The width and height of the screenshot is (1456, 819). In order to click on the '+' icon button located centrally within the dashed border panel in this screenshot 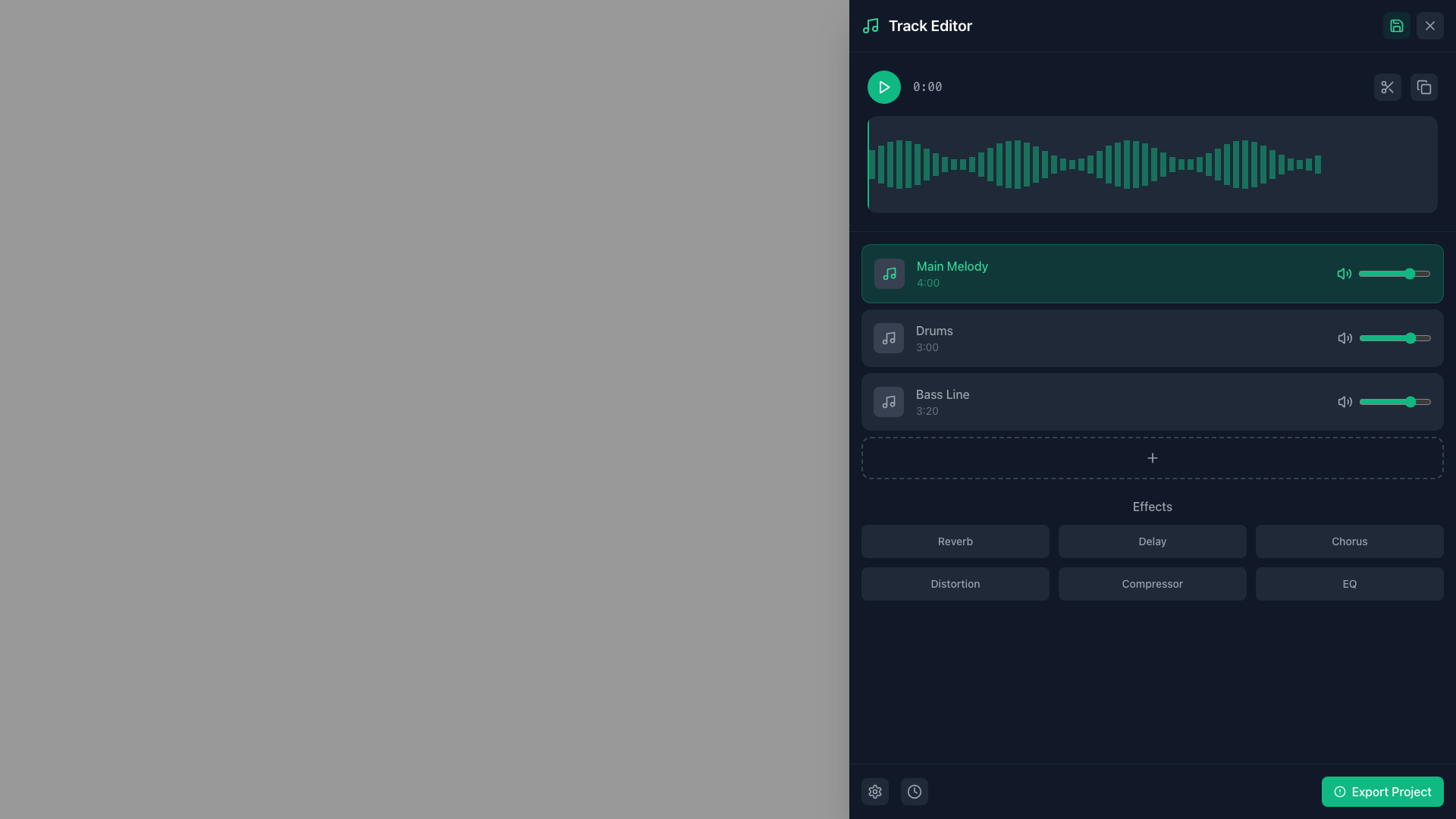, I will do `click(1153, 457)`.